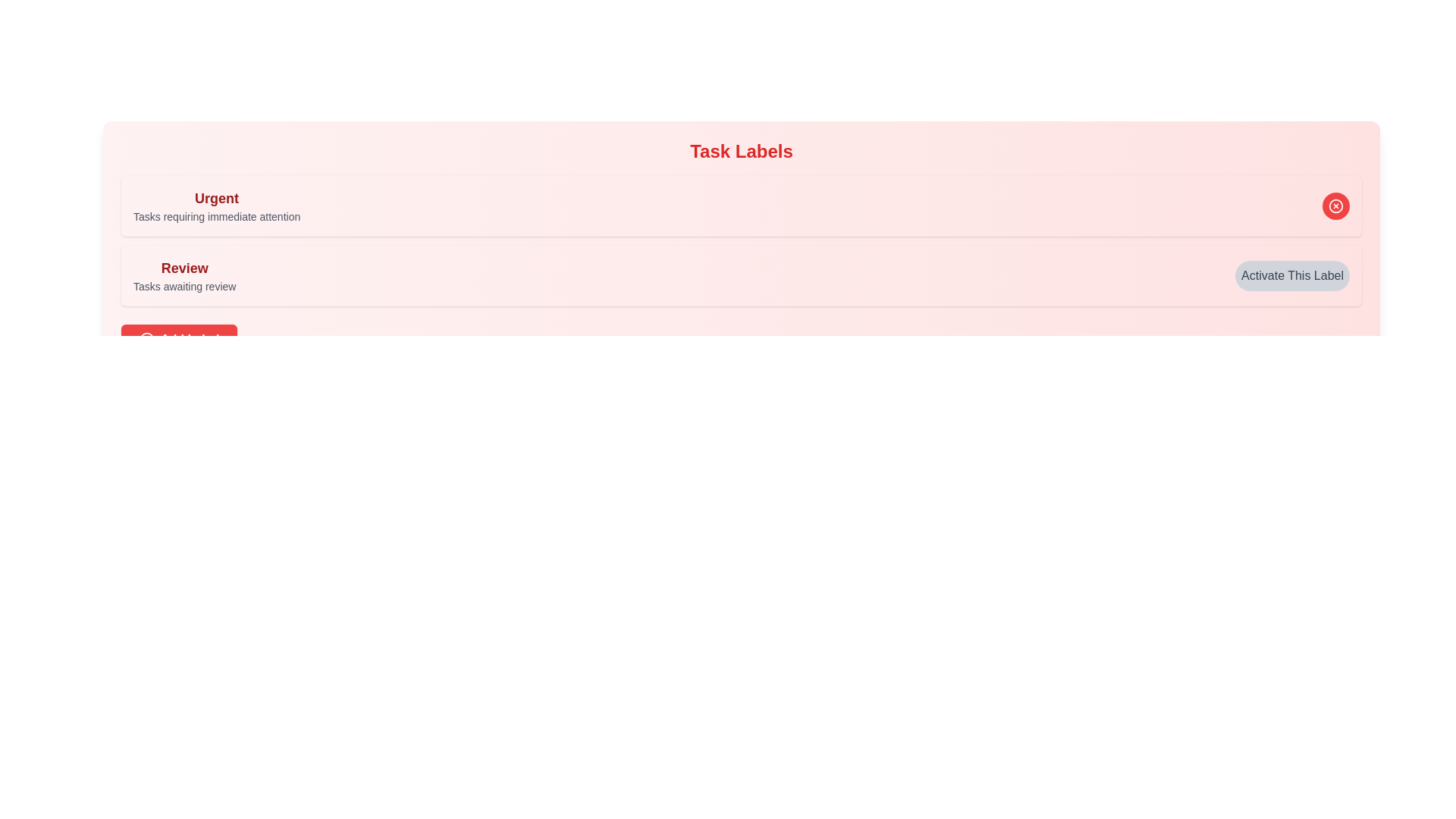 Image resolution: width=1456 pixels, height=819 pixels. I want to click on the 'Add Label' button to add a new label, so click(178, 338).